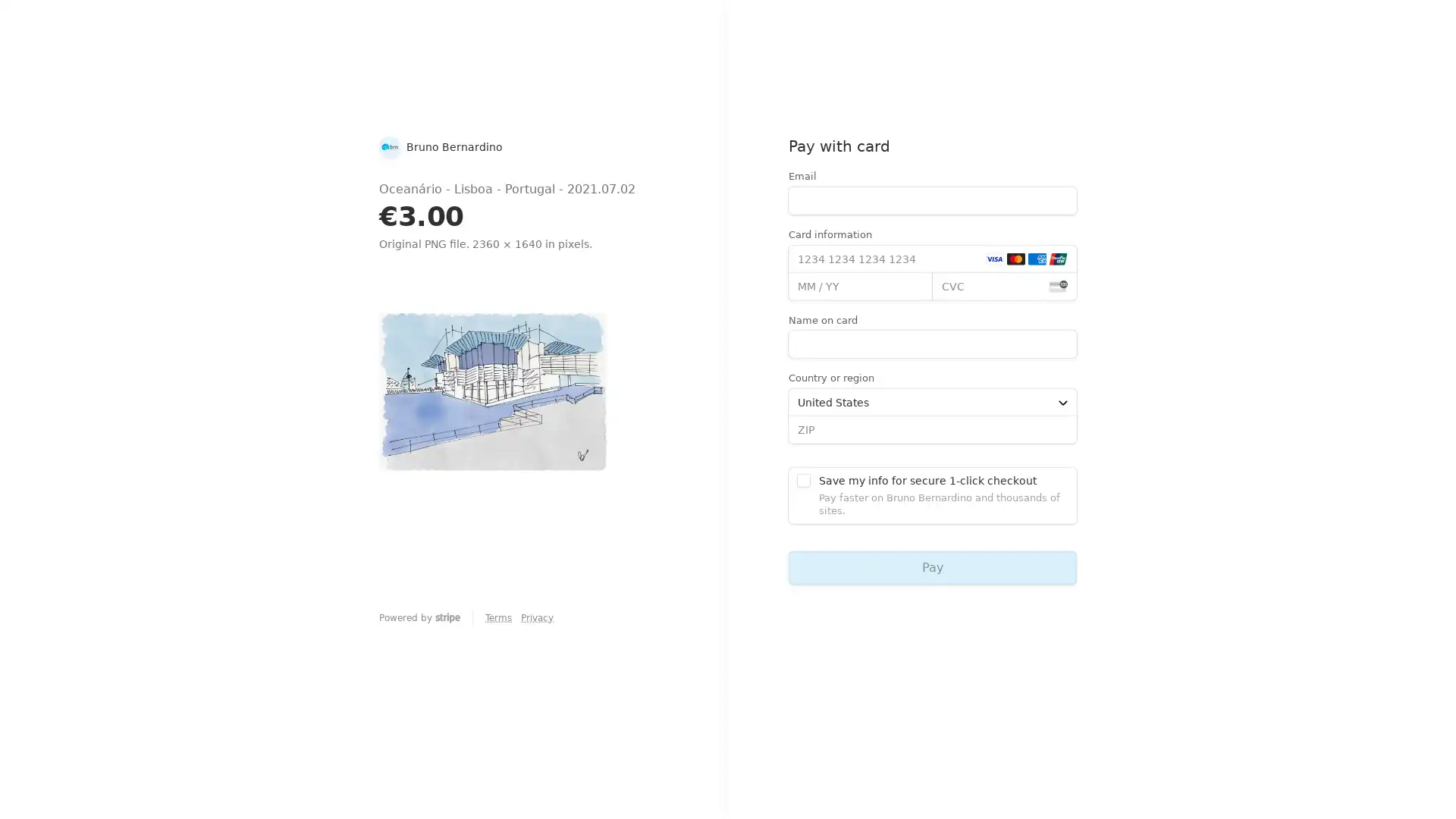  What do you see at coordinates (931, 567) in the screenshot?
I see `Pay` at bounding box center [931, 567].